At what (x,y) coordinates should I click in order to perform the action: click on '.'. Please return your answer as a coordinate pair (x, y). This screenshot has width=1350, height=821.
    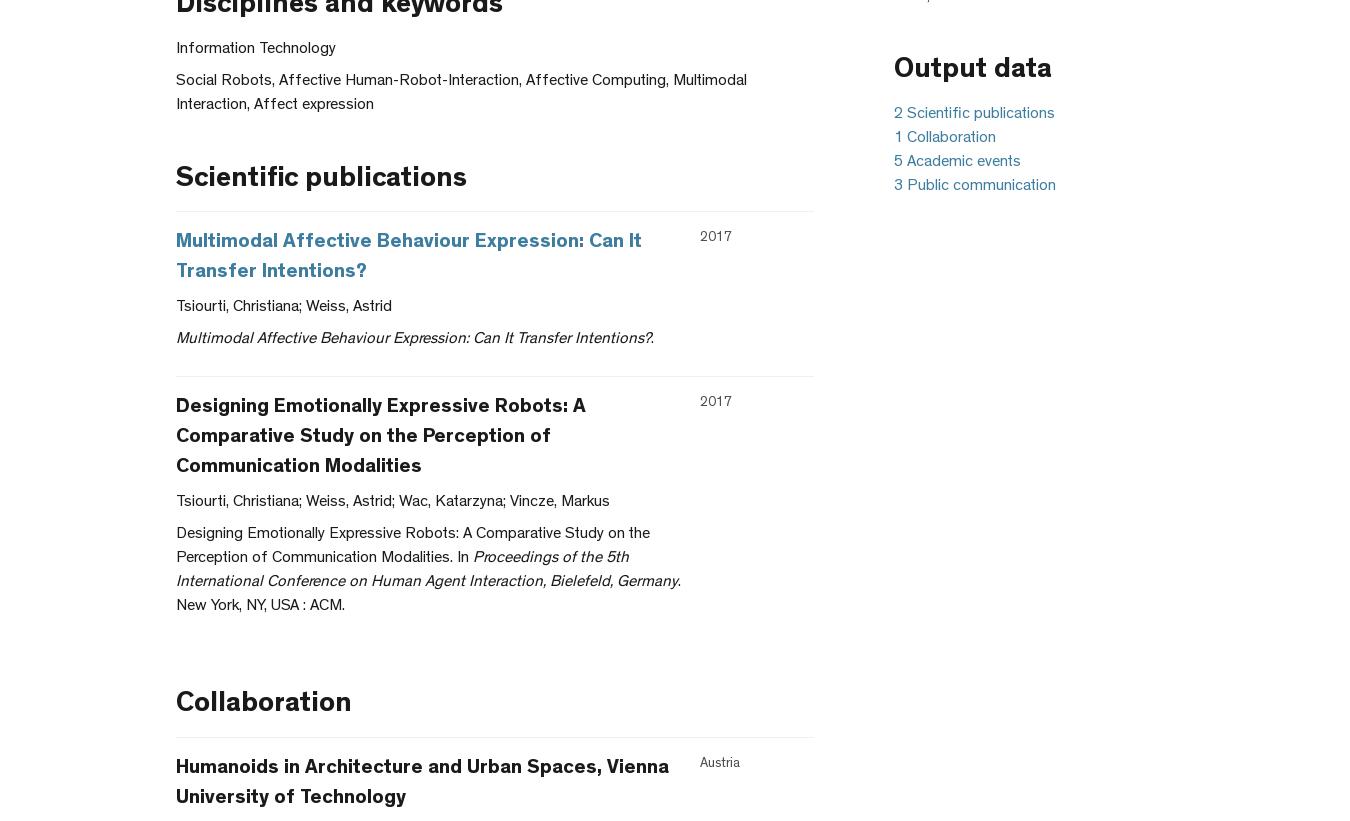
    Looking at the image, I should click on (650, 339).